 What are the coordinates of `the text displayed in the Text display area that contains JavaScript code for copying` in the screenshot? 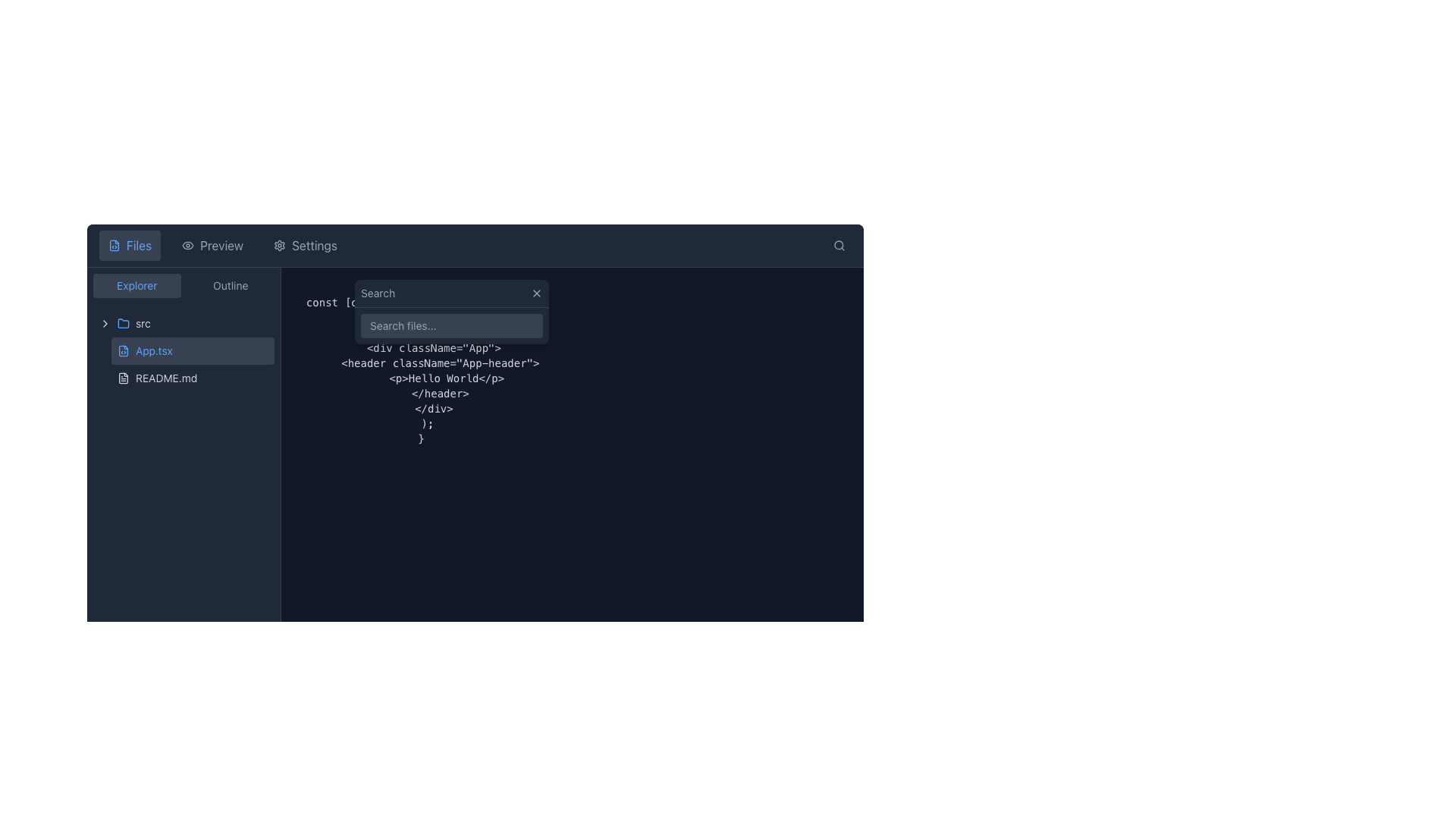 It's located at (421, 362).